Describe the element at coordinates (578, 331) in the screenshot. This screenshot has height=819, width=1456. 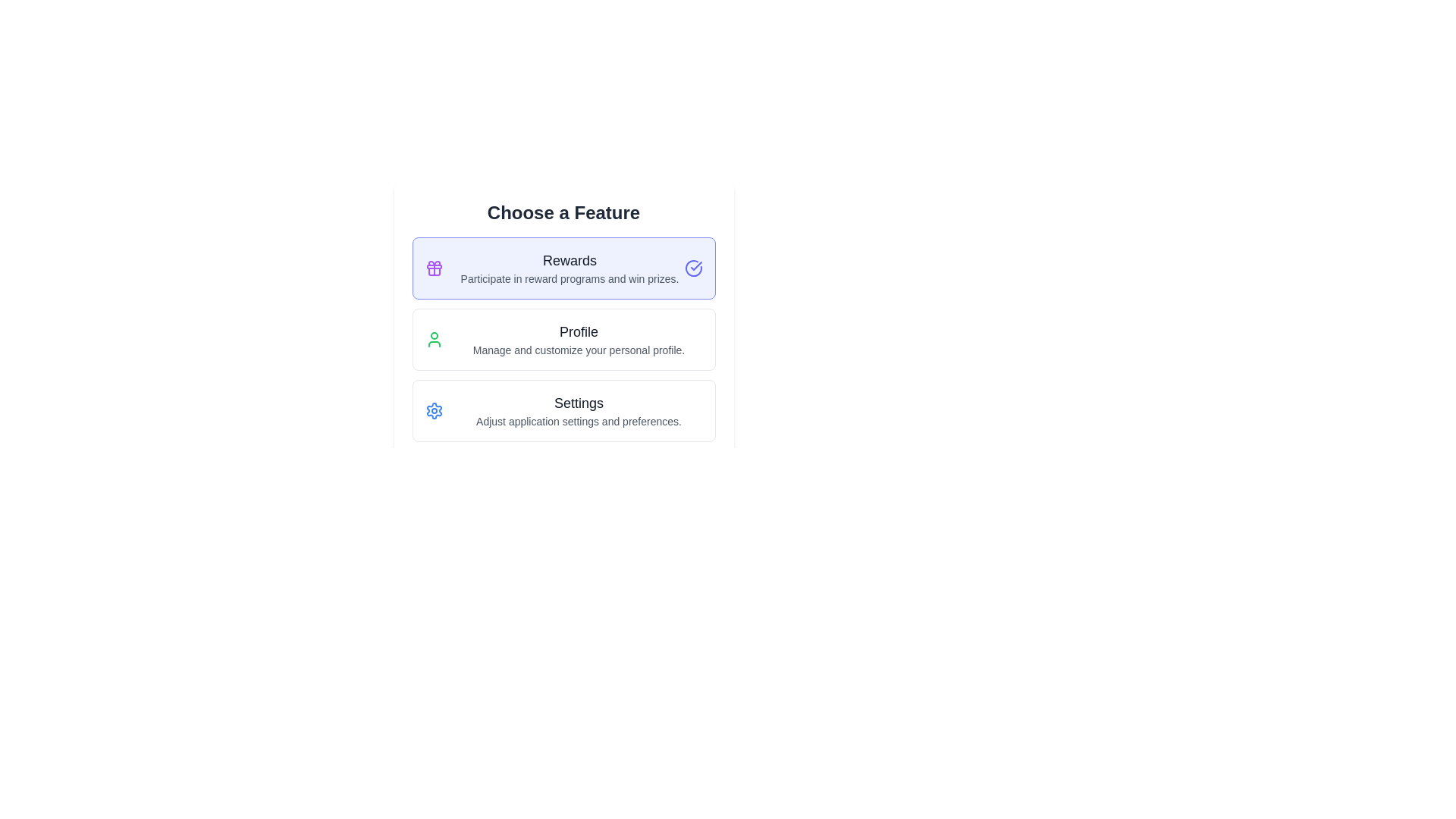
I see `the Text Label that serves as the header for the Profile section, located between the Rewards and Settings sections` at that location.